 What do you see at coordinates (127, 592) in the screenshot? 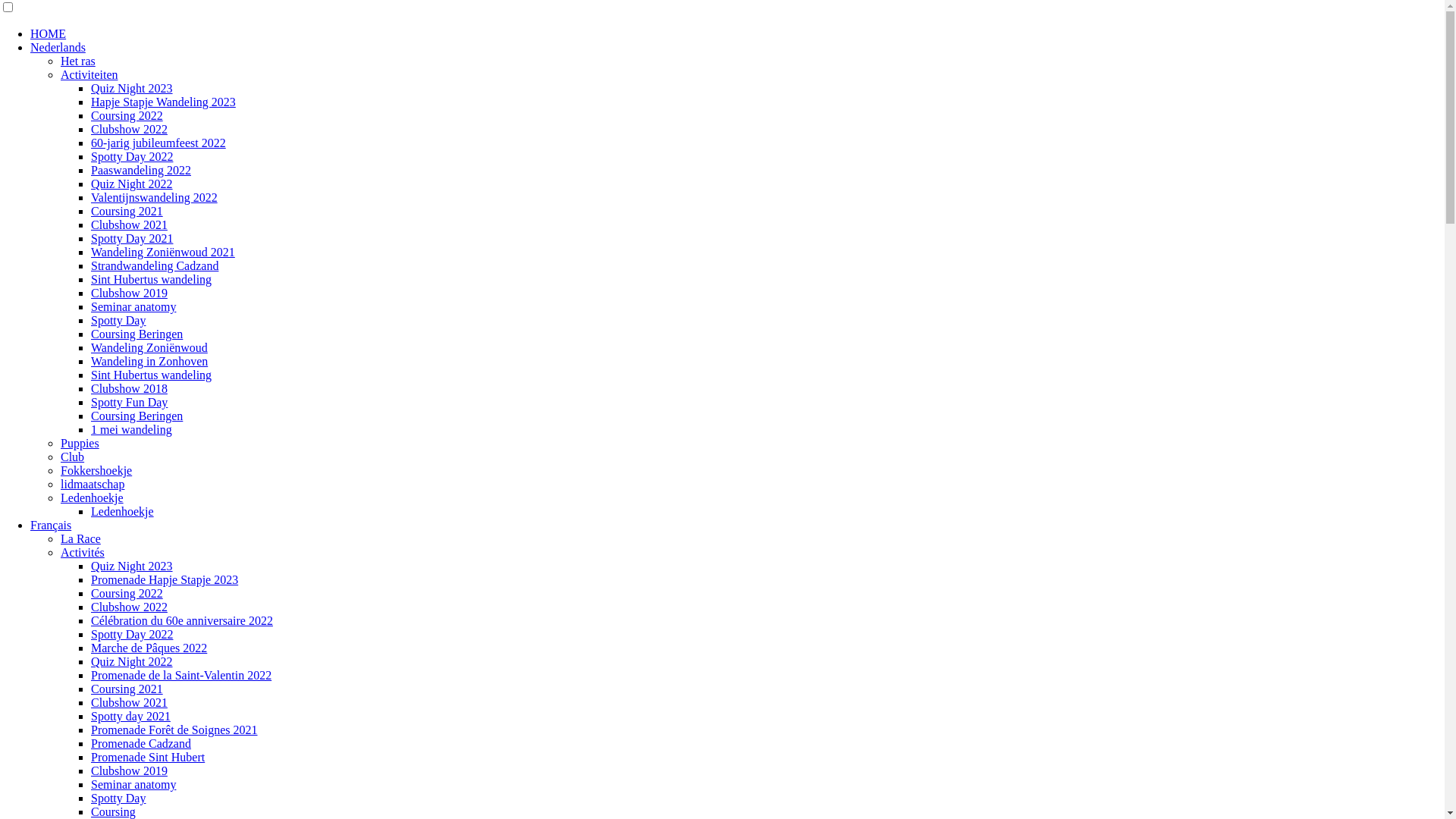
I see `'Coursing 2022'` at bounding box center [127, 592].